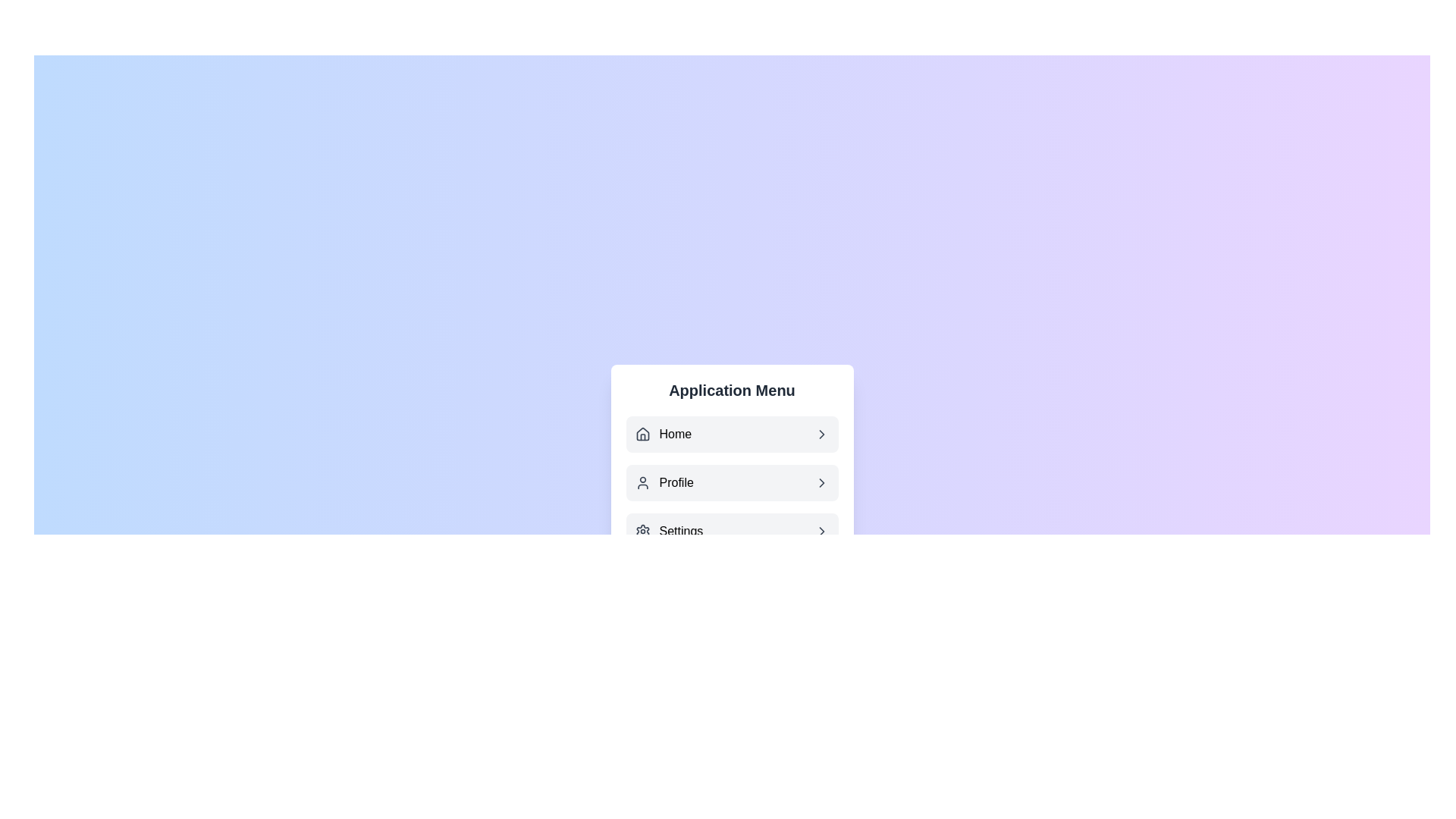  What do you see at coordinates (642, 531) in the screenshot?
I see `the 'Settings' menu option icon located to the left of the menu item text in the Application Menu section` at bounding box center [642, 531].